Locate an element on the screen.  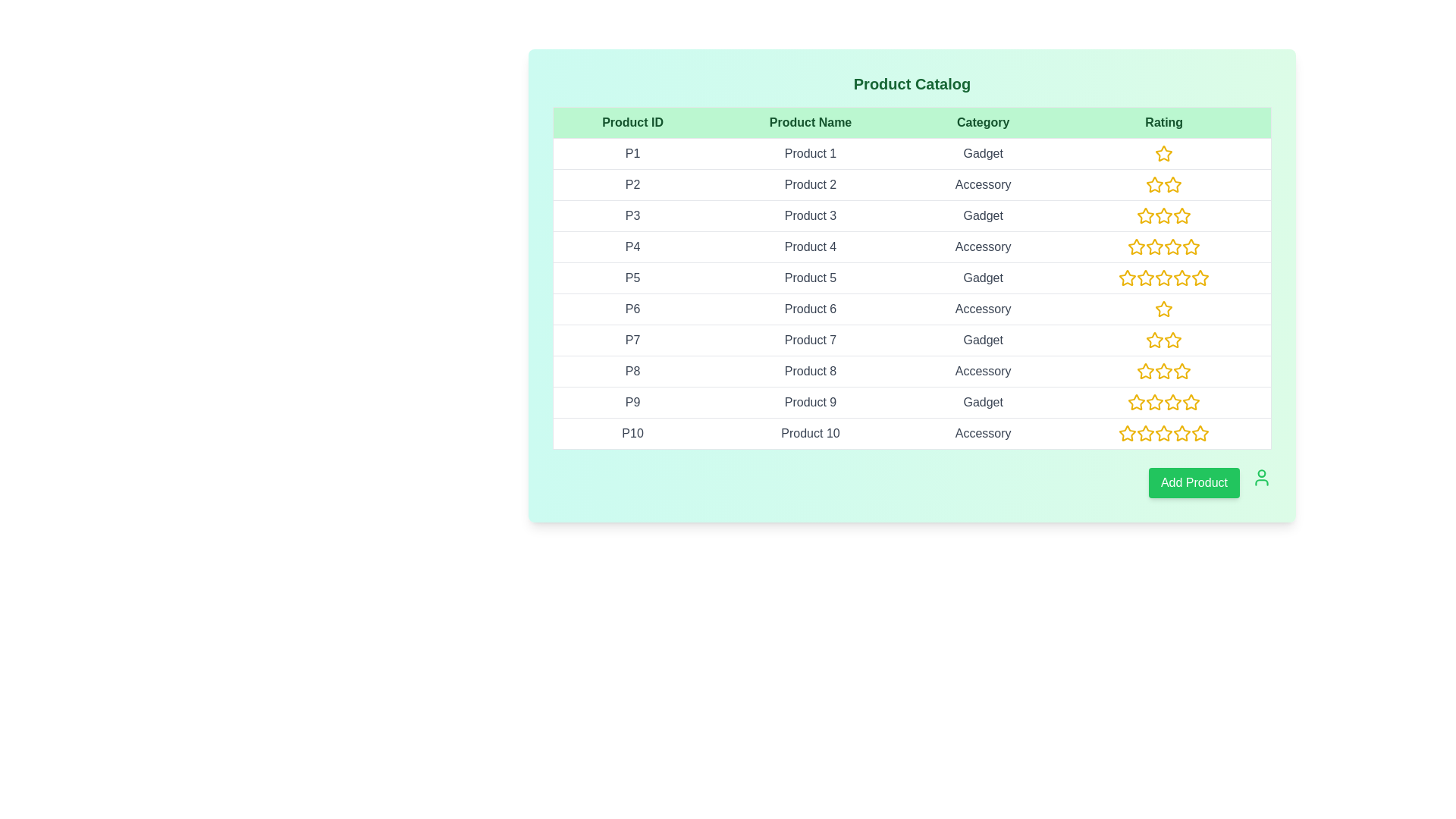
the table header Rating to sort the table by that column is located at coordinates (1163, 122).